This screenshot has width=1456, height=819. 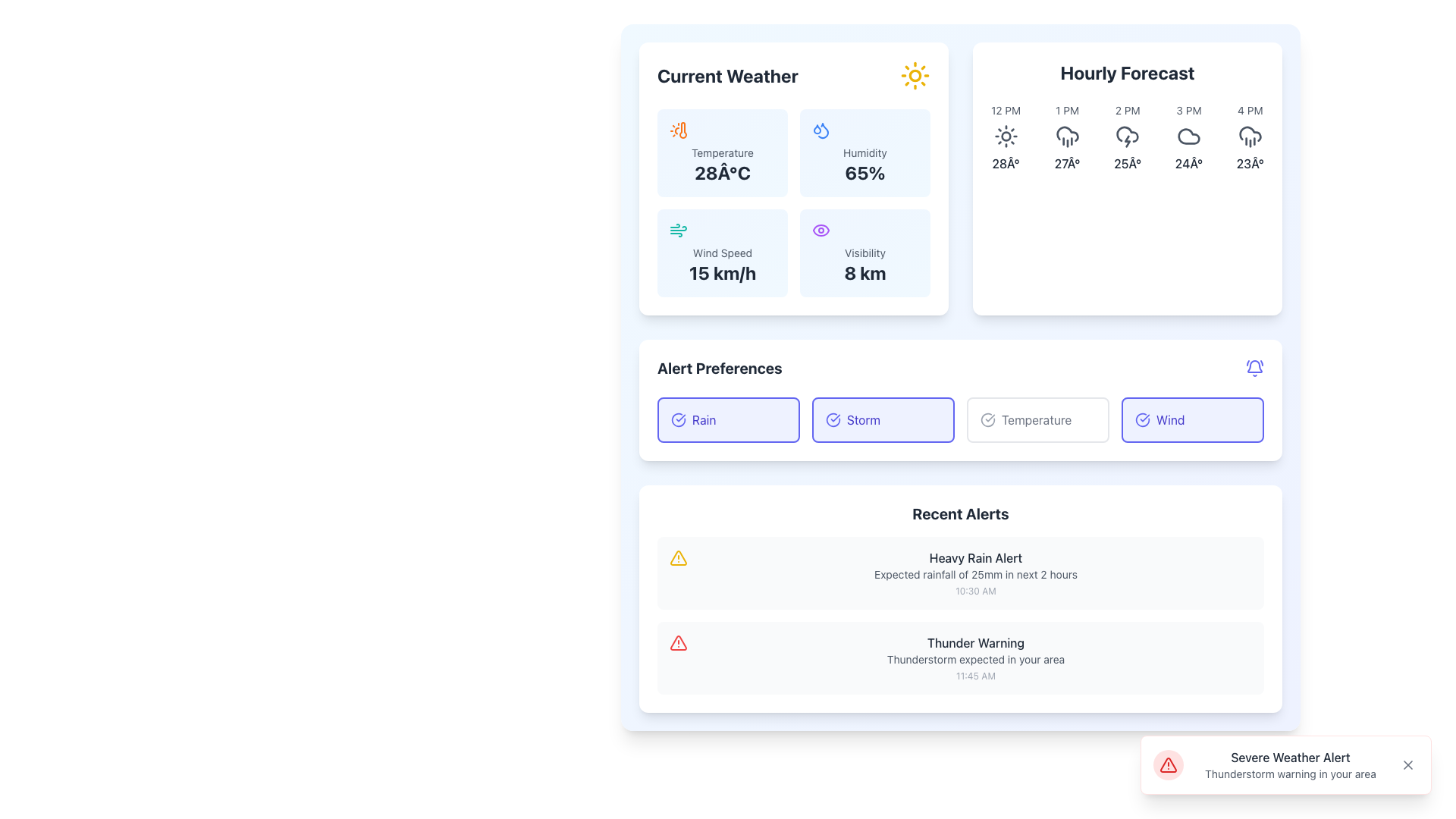 What do you see at coordinates (1037, 420) in the screenshot?
I see `the selectable button labeled for temperature-related notifications in the 'Alert Preferences' section` at bounding box center [1037, 420].